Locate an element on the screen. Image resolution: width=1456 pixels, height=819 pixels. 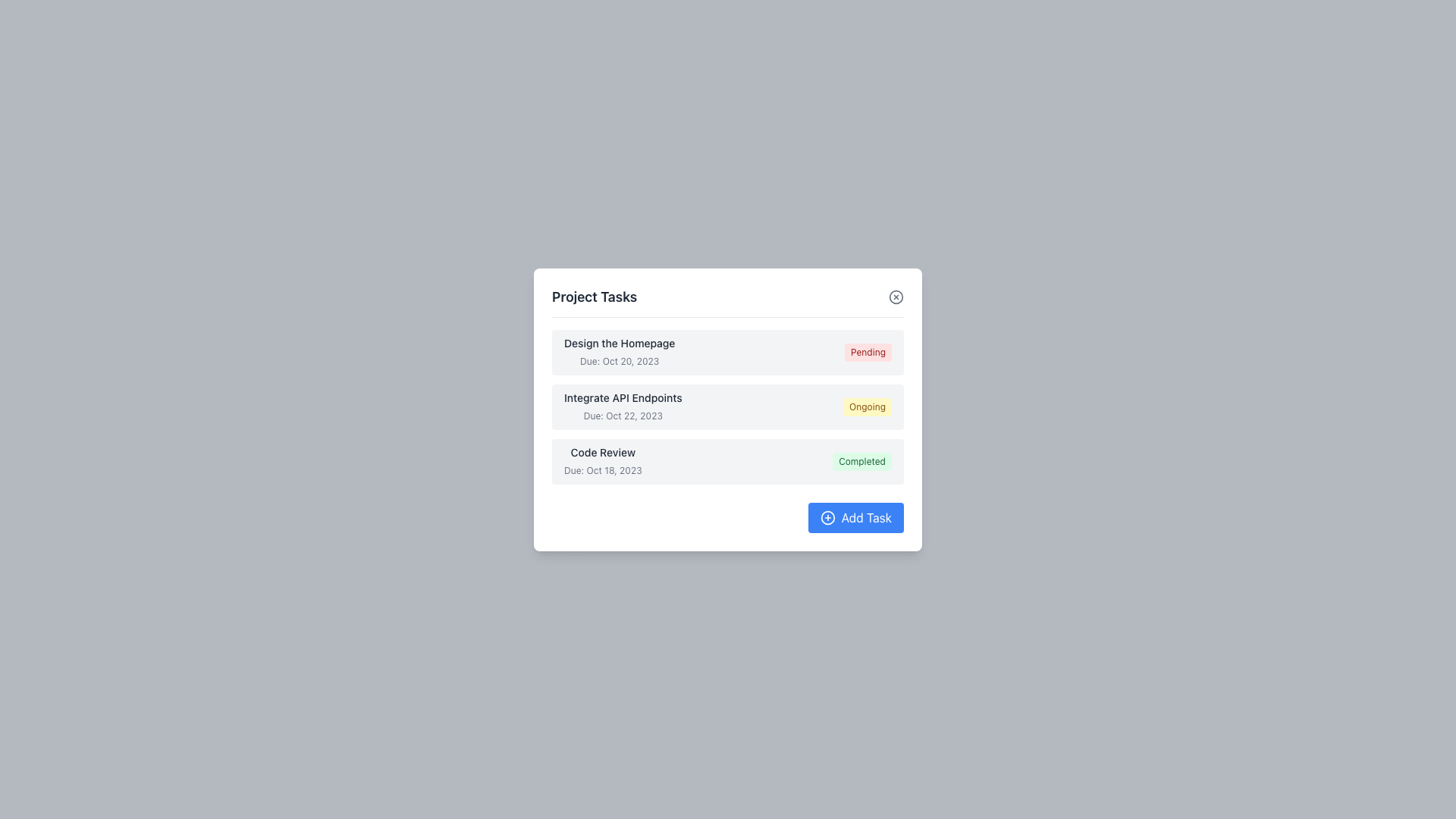
the 'X' icon button in the top-right corner of the 'Project Tasks' header is located at coordinates (896, 297).